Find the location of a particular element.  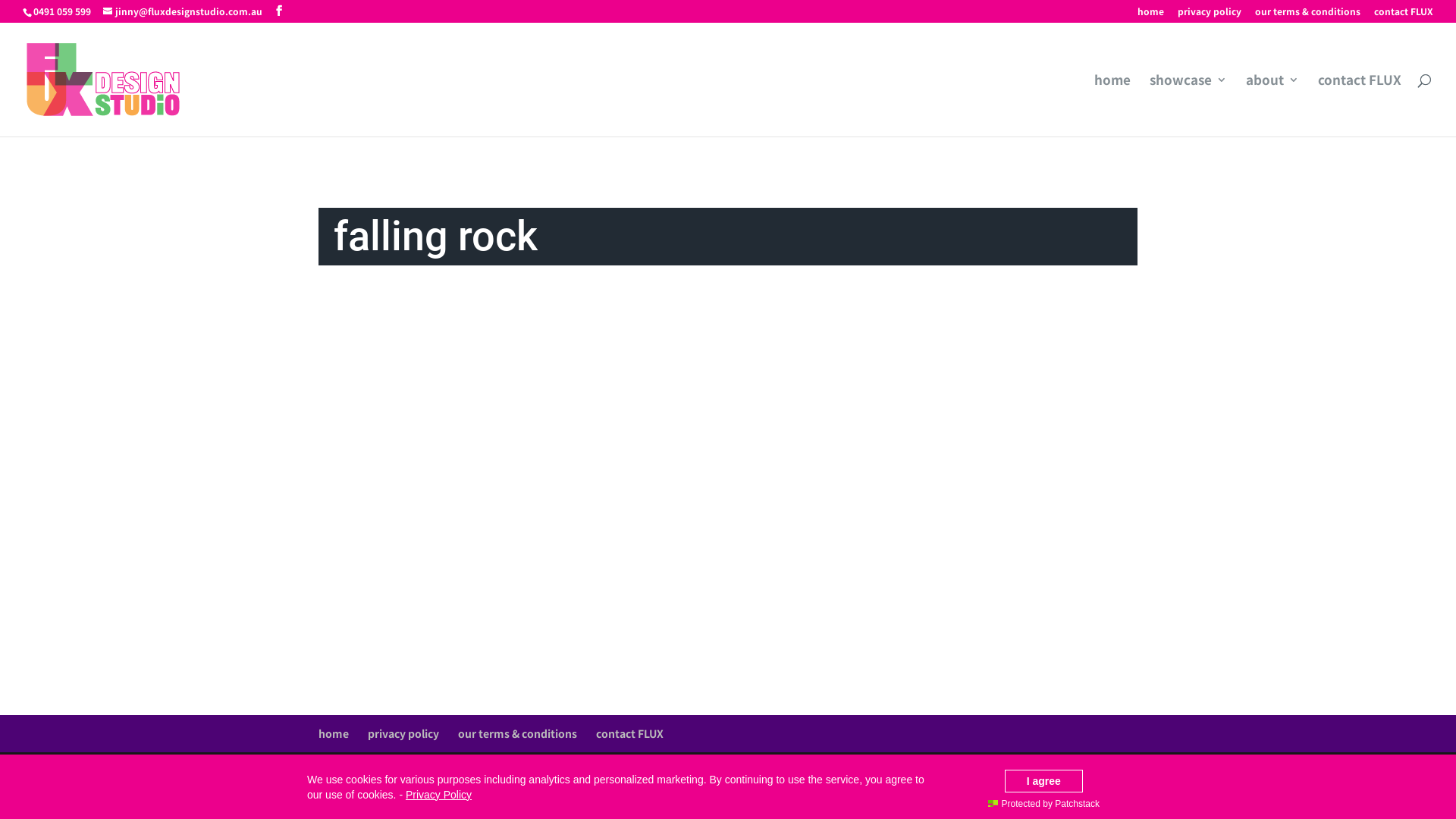

'home' is located at coordinates (1112, 104).